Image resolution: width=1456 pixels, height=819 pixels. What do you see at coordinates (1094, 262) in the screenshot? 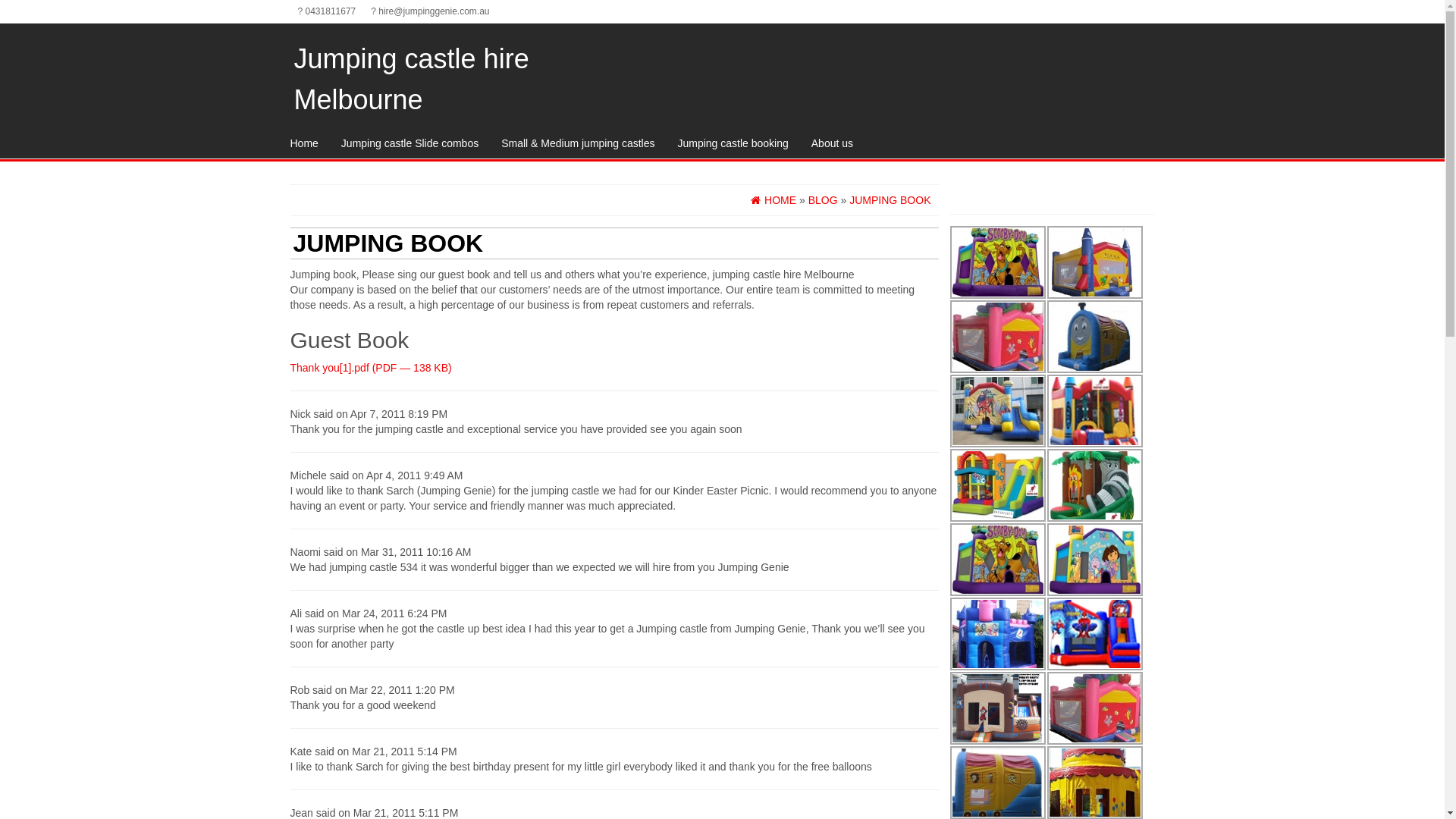
I see `'rocket 05.jpg'` at bounding box center [1094, 262].